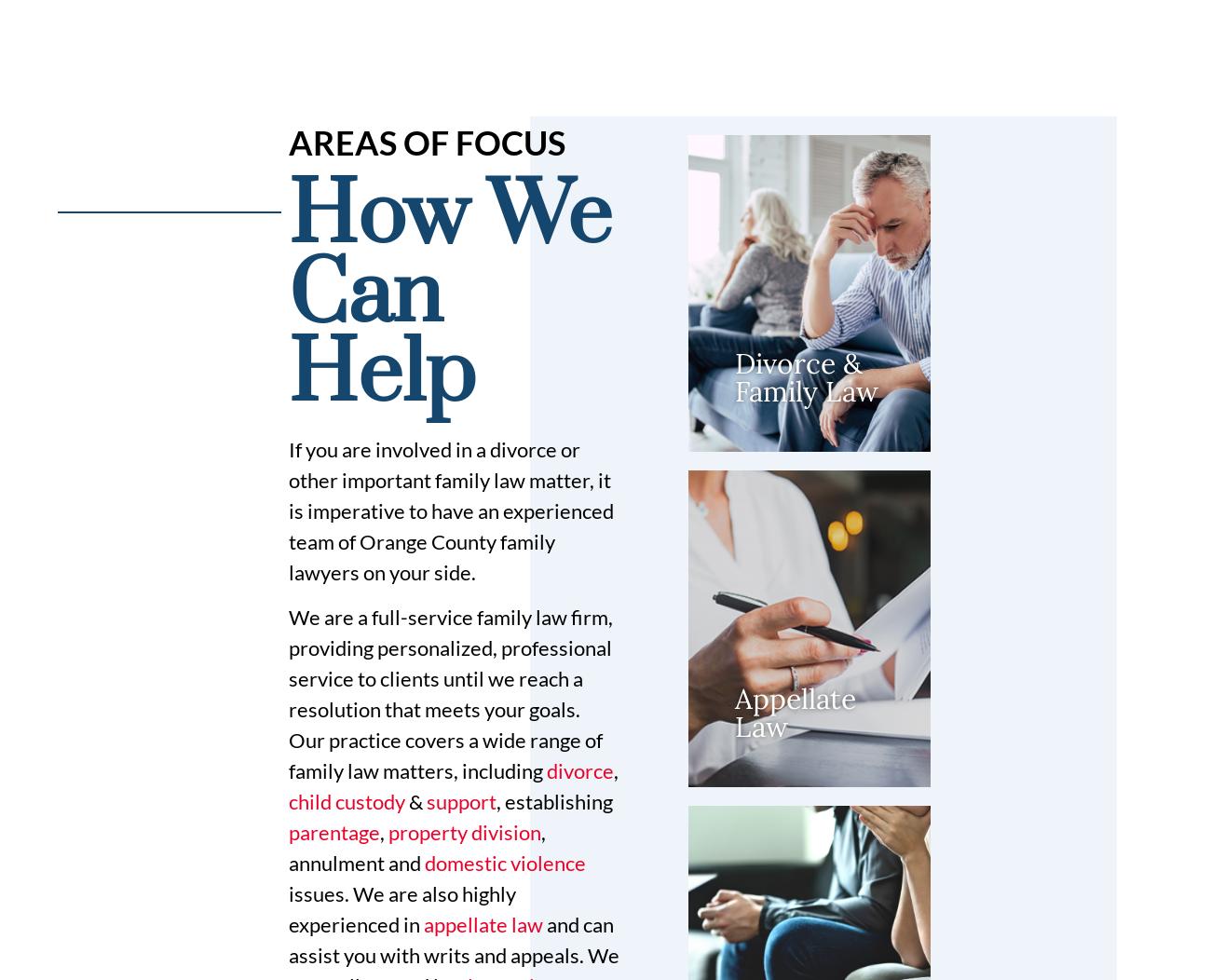  Describe the element at coordinates (733, 376) in the screenshot. I see `'Divorce & Family Law'` at that location.